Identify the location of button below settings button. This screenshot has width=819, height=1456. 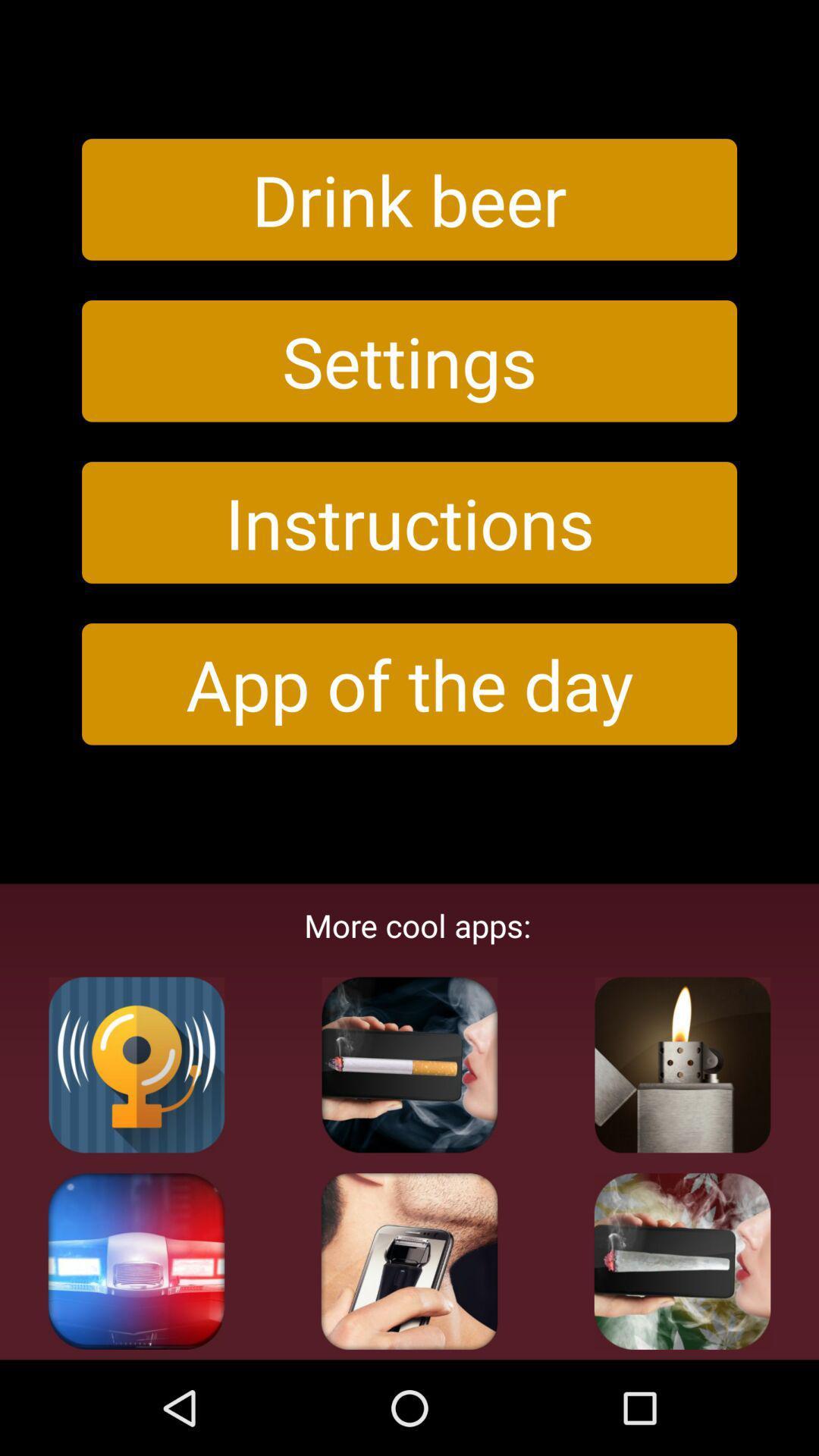
(409, 522).